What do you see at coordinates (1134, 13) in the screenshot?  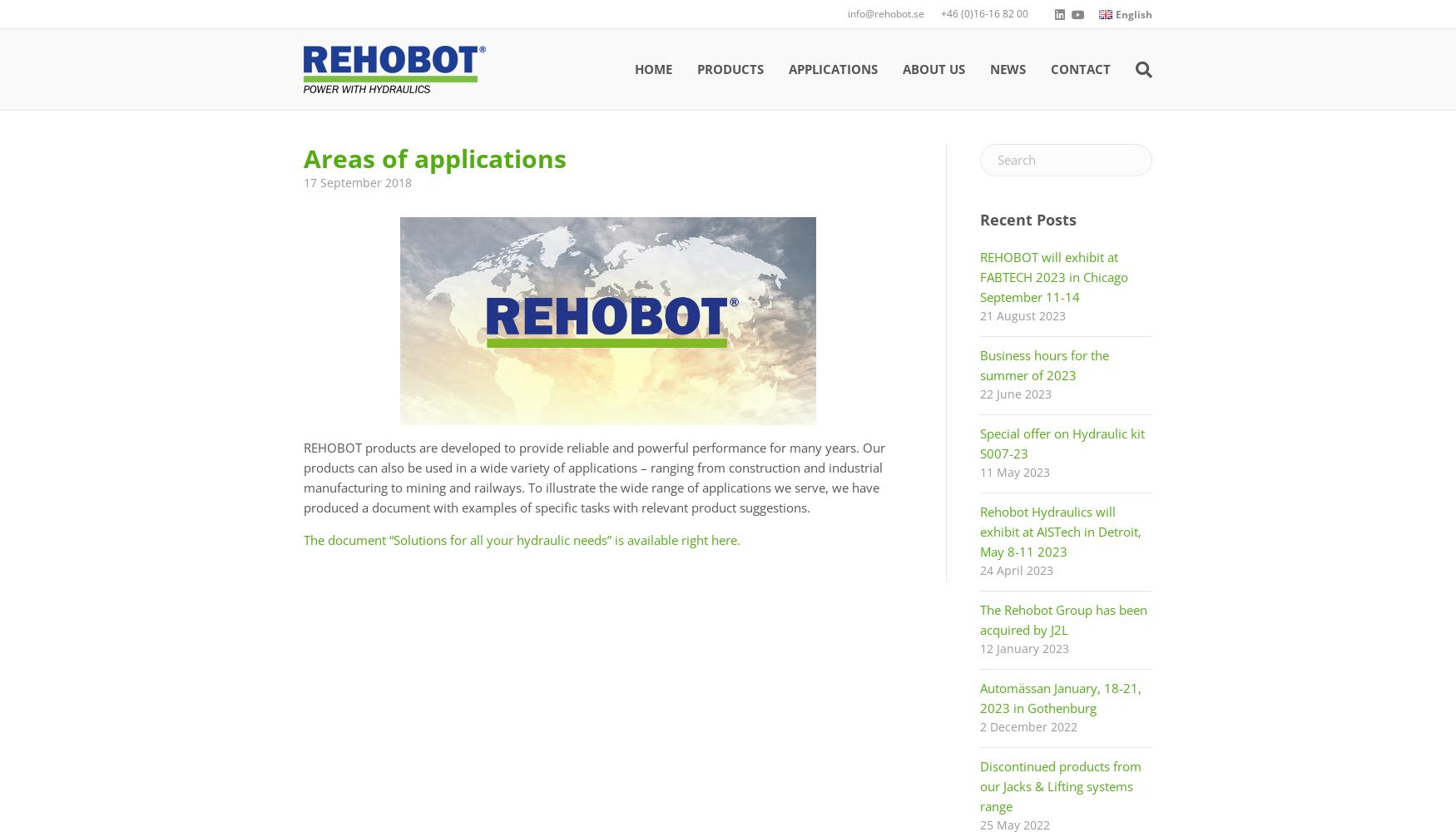 I see `'English'` at bounding box center [1134, 13].